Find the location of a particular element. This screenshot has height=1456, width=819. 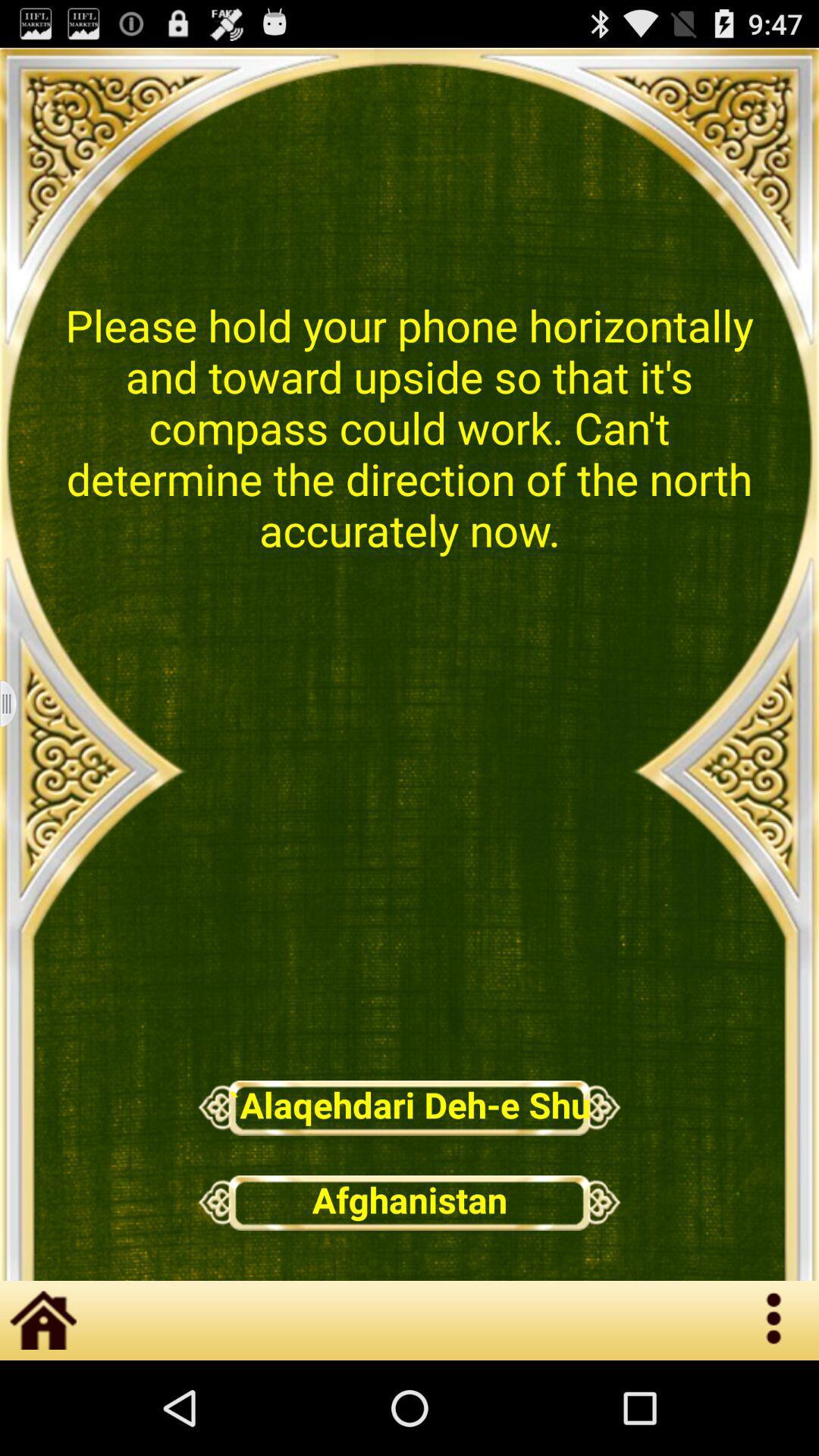

menu page is located at coordinates (17, 703).